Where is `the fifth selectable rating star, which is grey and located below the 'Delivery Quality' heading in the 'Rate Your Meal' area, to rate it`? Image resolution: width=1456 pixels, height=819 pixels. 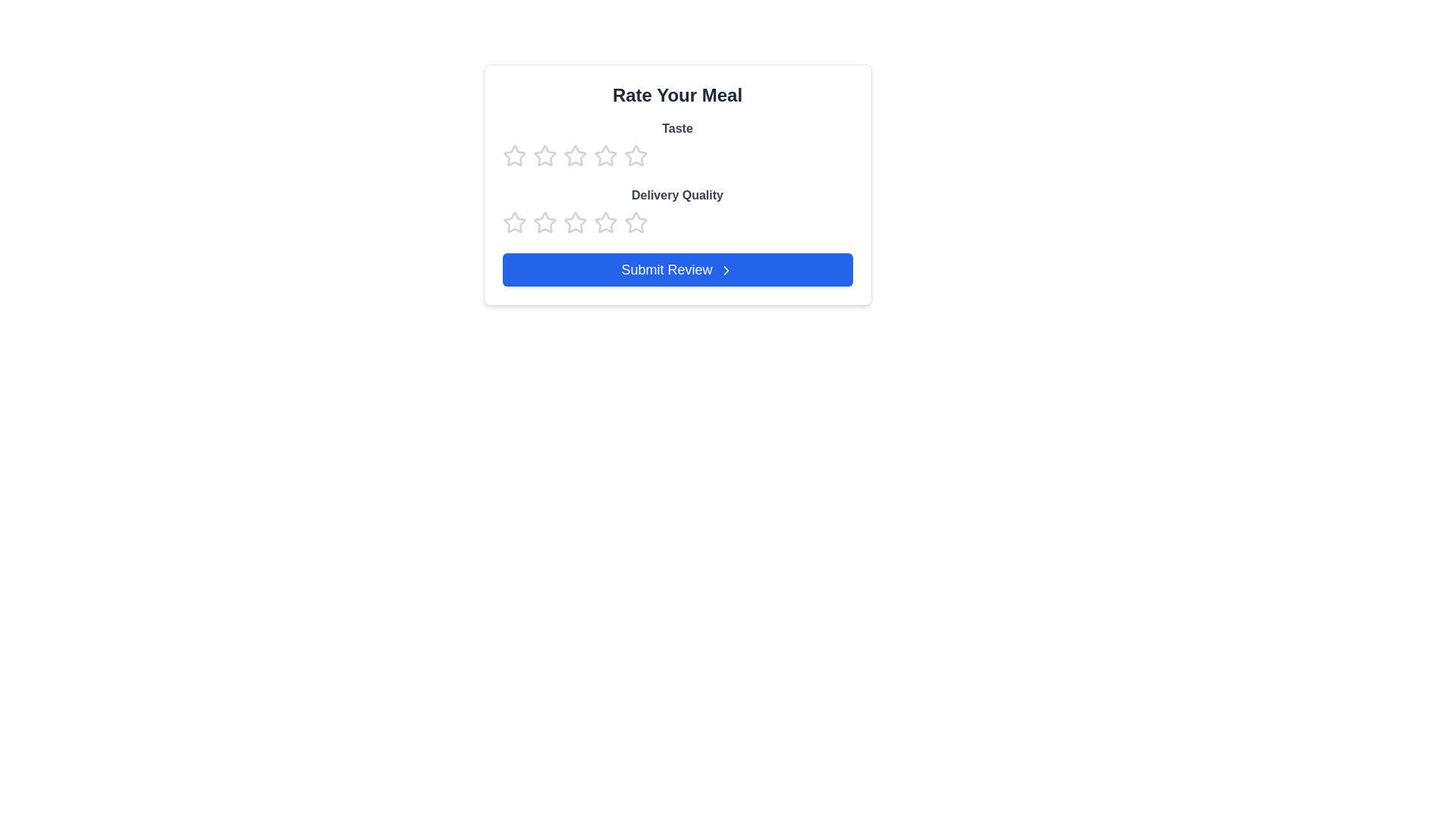
the fifth selectable rating star, which is grey and located below the 'Delivery Quality' heading in the 'Rate Your Meal' area, to rate it is located at coordinates (635, 222).